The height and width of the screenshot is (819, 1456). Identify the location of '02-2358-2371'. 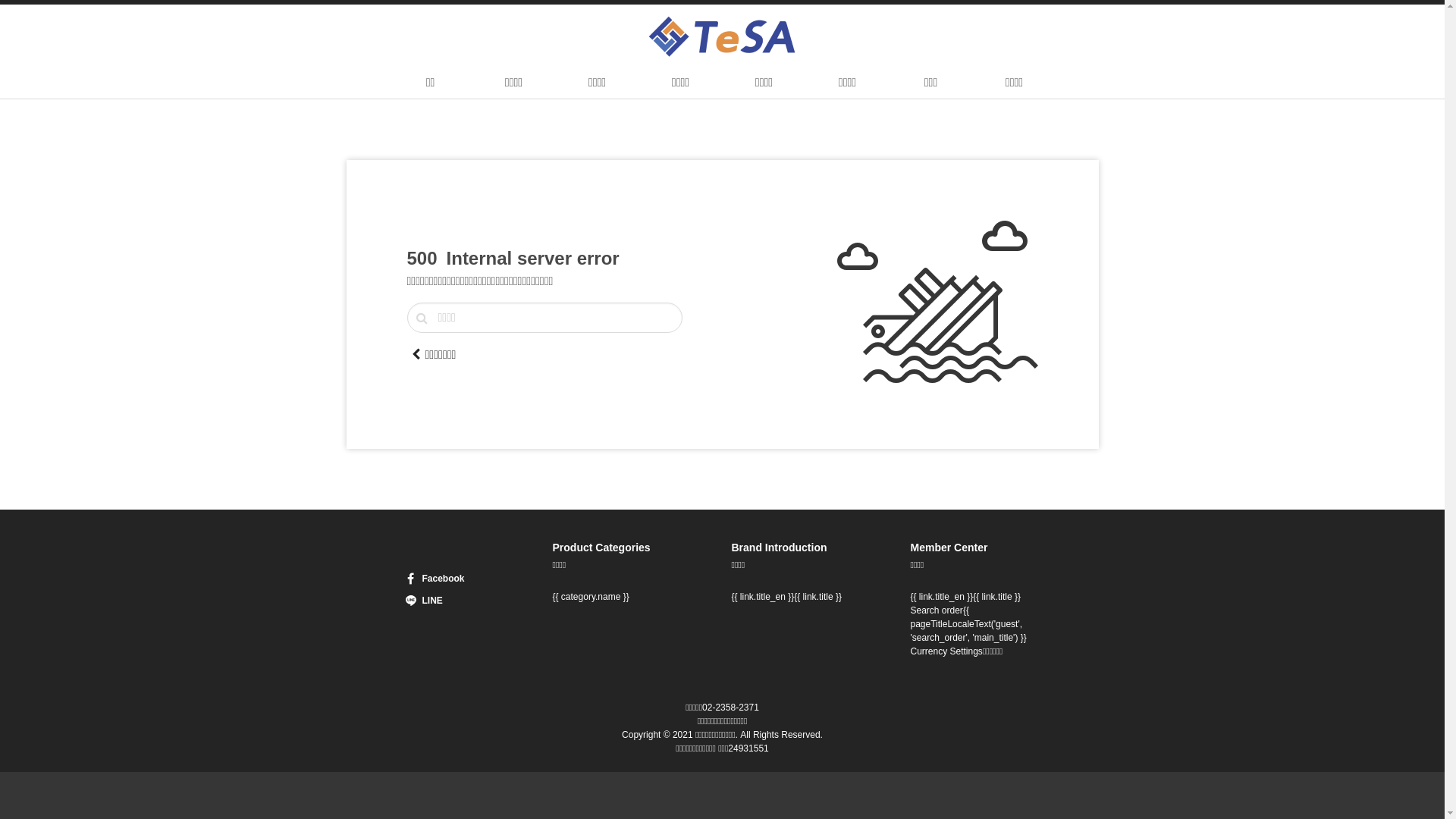
(730, 708).